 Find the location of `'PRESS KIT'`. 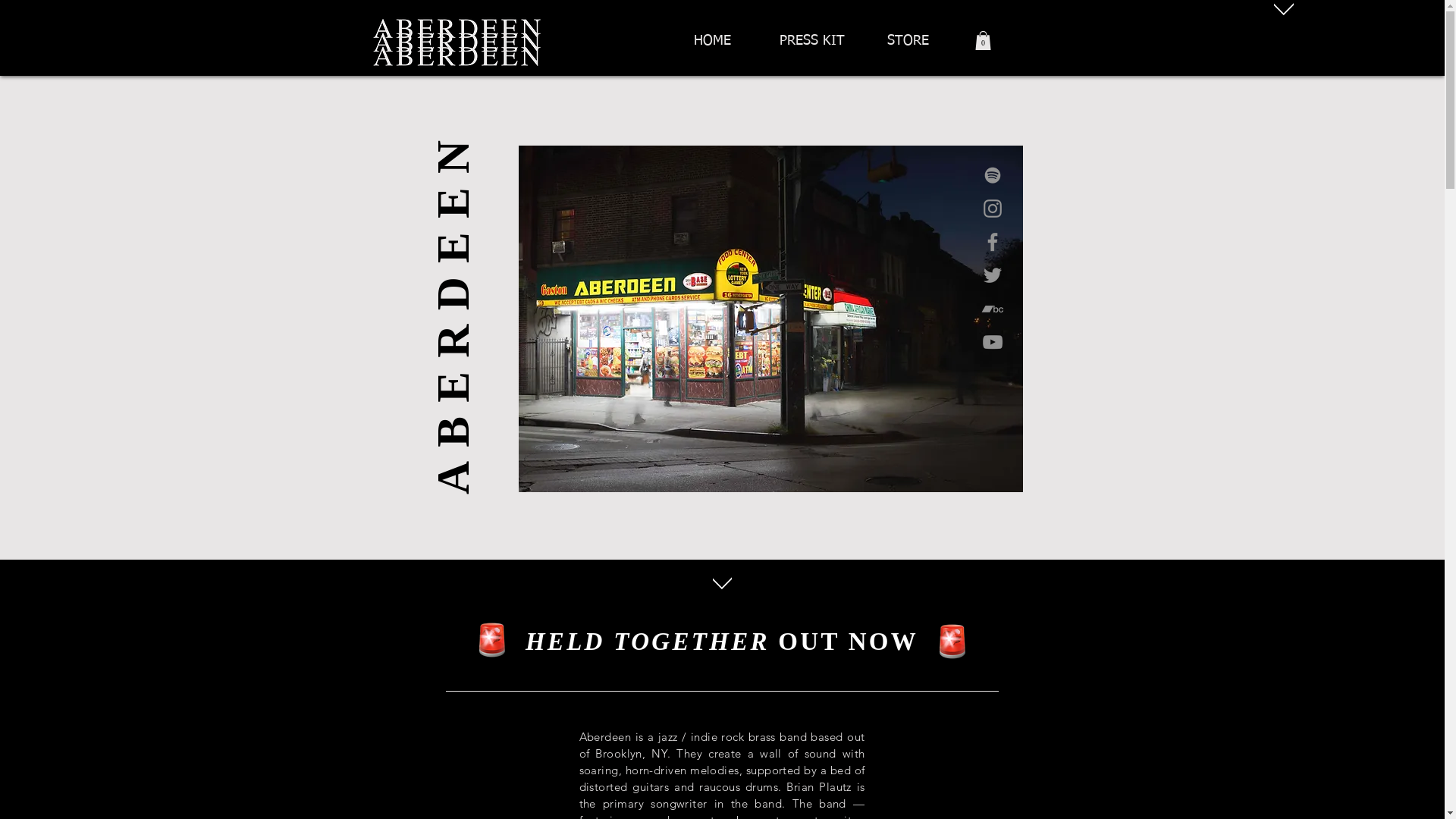

'PRESS KIT' is located at coordinates (811, 40).